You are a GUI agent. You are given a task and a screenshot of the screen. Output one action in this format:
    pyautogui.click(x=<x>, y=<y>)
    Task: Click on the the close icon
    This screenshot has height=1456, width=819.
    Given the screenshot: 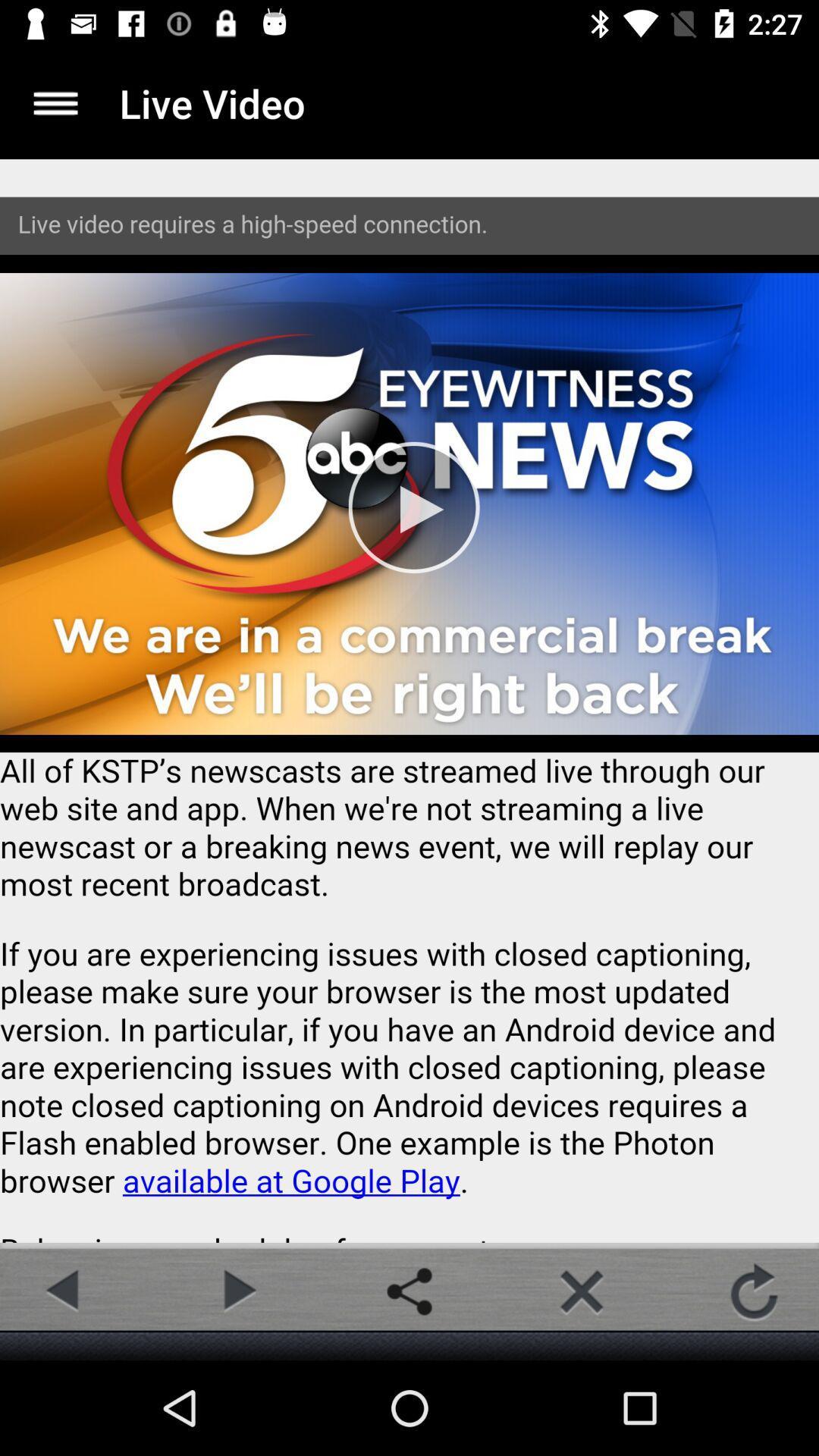 What is the action you would take?
    pyautogui.click(x=581, y=1291)
    